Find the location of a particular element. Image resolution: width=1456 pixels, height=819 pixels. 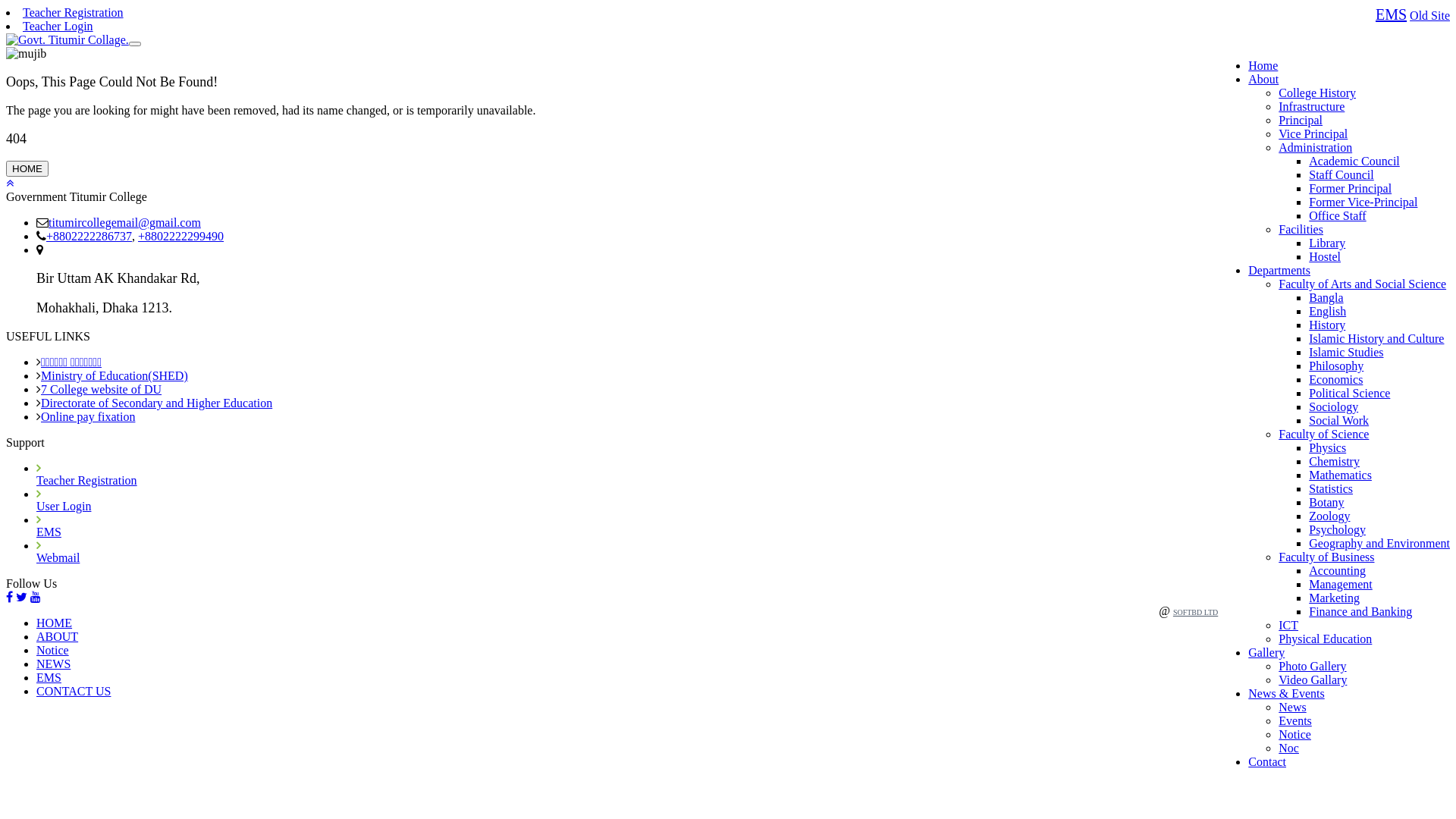

'Events' is located at coordinates (1294, 720).